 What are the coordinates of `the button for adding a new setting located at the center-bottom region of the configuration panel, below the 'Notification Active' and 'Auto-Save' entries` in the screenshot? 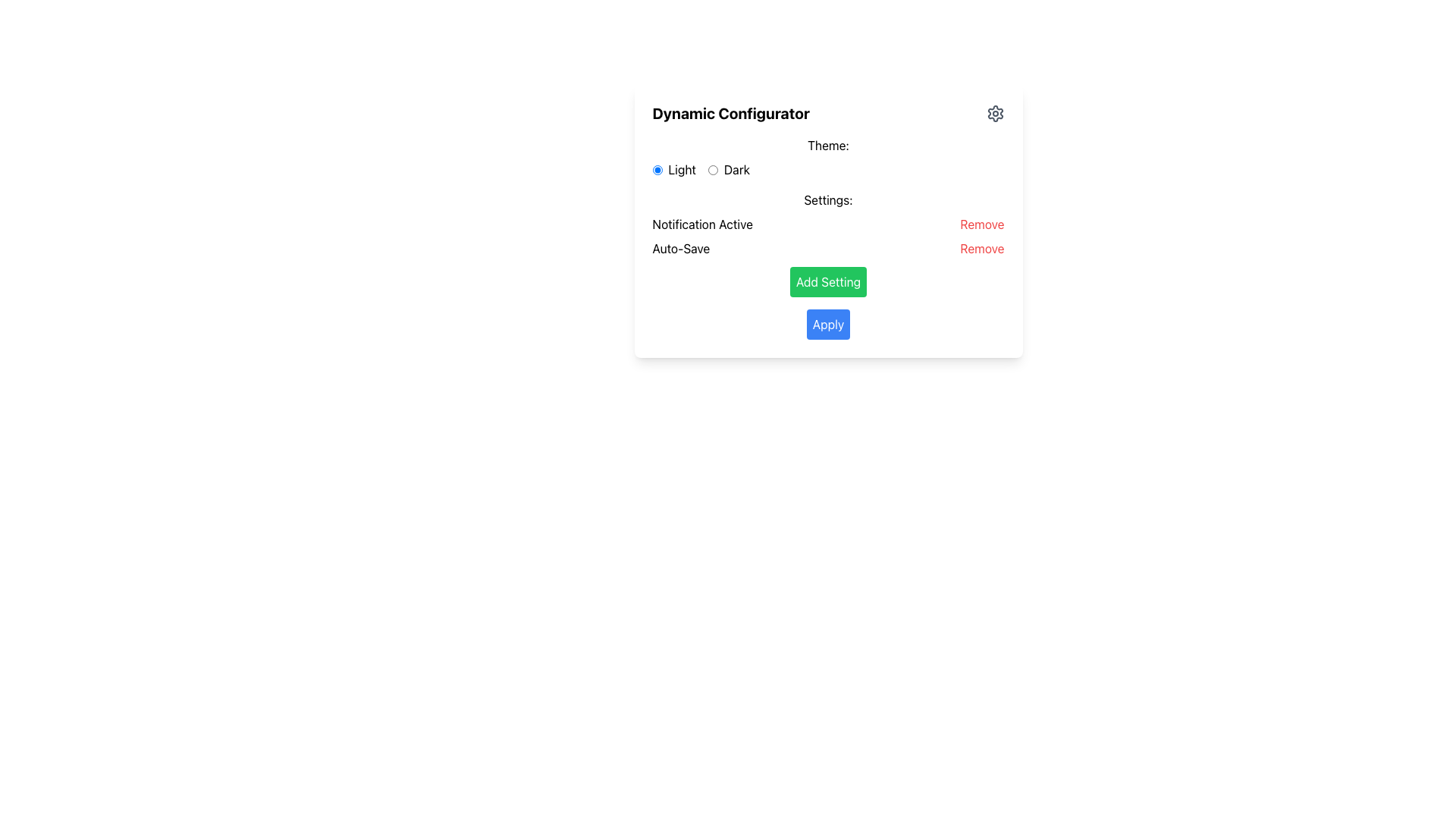 It's located at (827, 281).